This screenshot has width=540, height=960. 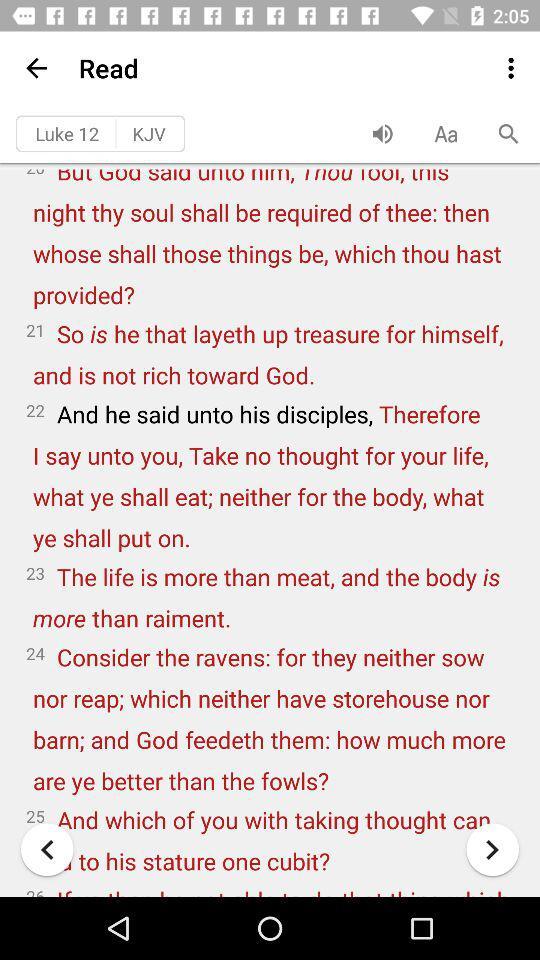 What do you see at coordinates (382, 132) in the screenshot?
I see `the volume icon` at bounding box center [382, 132].